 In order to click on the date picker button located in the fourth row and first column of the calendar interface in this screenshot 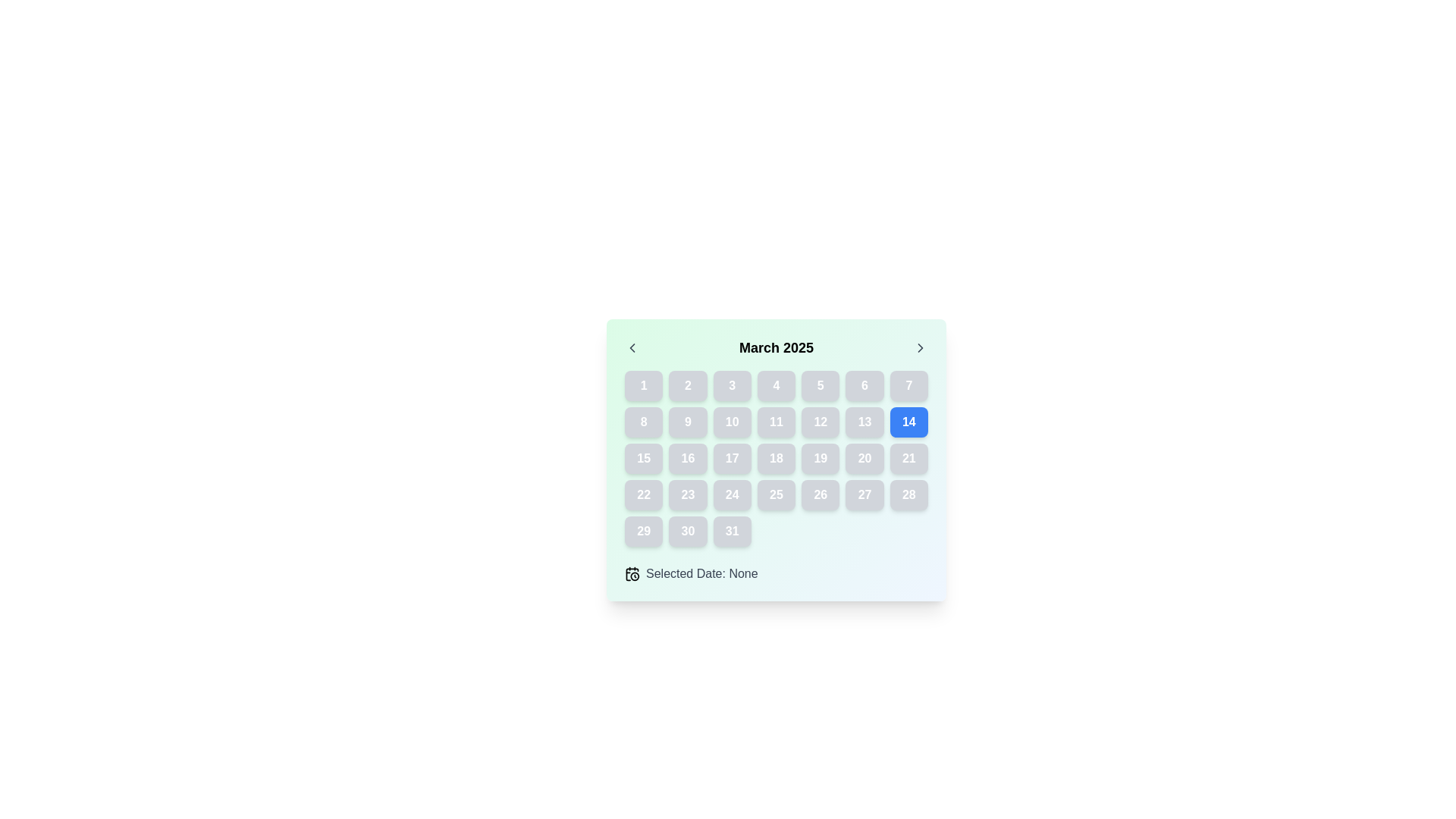, I will do `click(644, 494)`.